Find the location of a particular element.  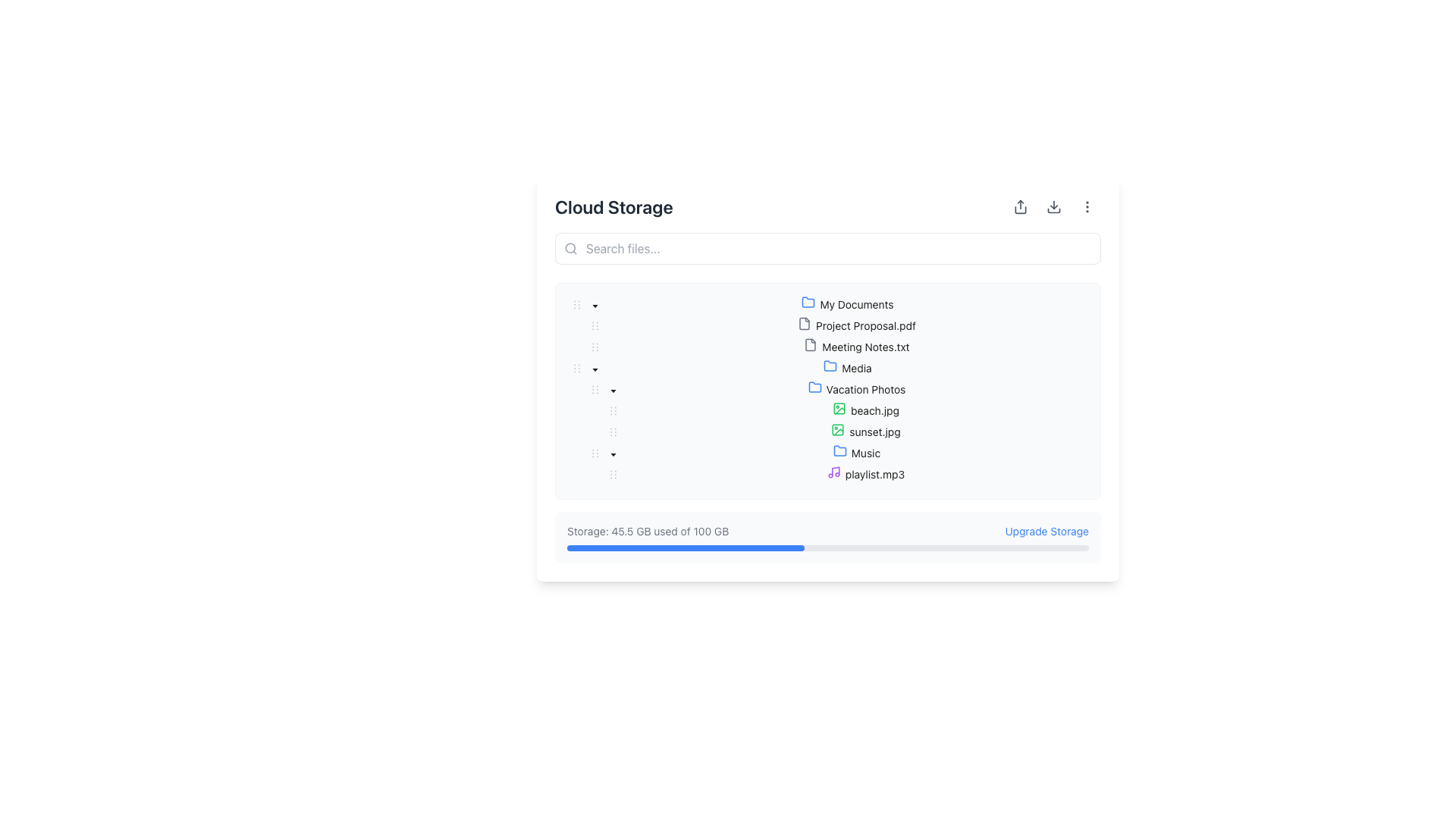

the 'playlist.mp3' text entry with a purple music icon in the file explorer is located at coordinates (827, 473).